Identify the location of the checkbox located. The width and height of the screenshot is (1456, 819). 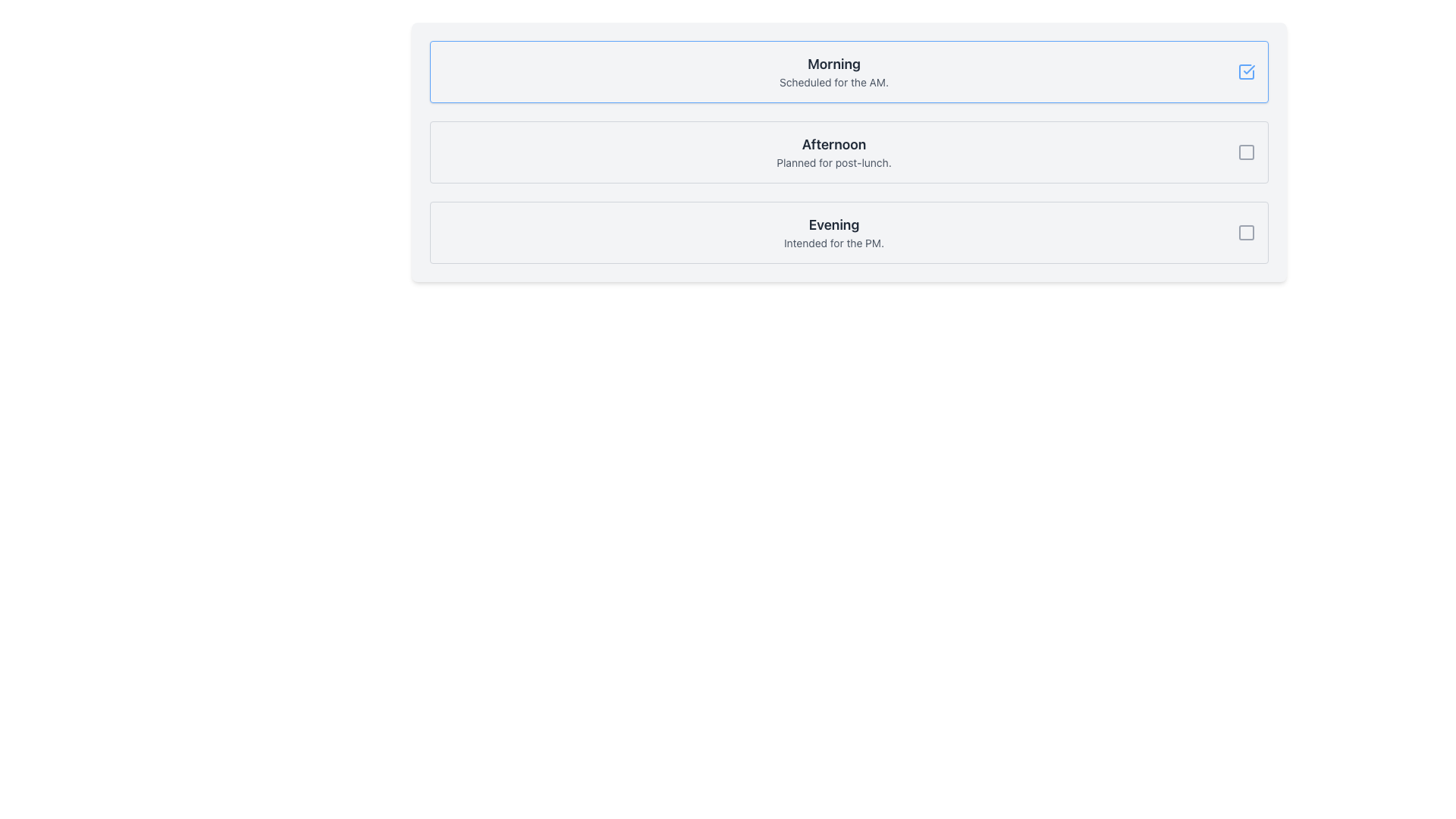
(1246, 152).